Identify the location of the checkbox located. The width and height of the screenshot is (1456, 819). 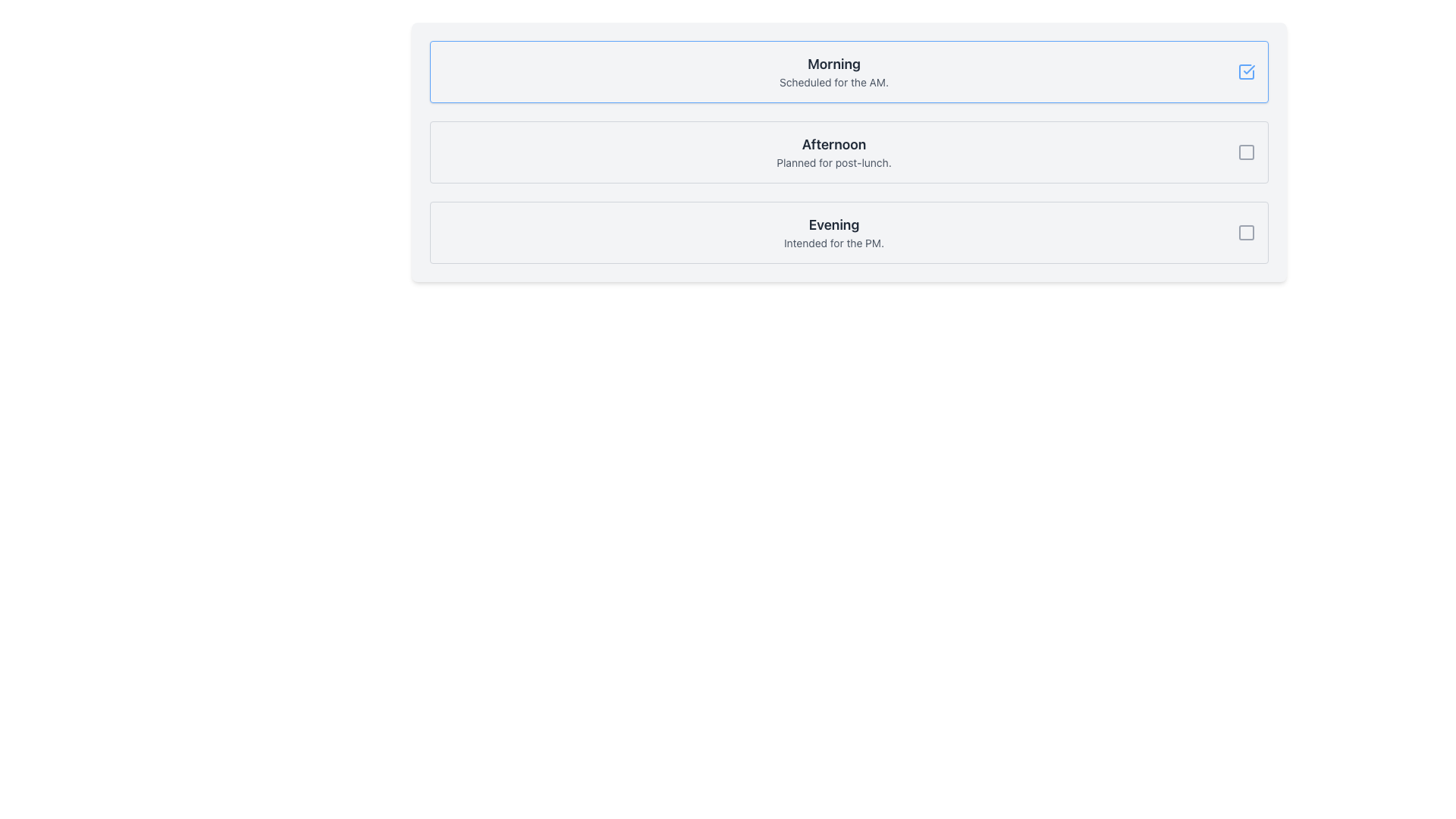
(1246, 152).